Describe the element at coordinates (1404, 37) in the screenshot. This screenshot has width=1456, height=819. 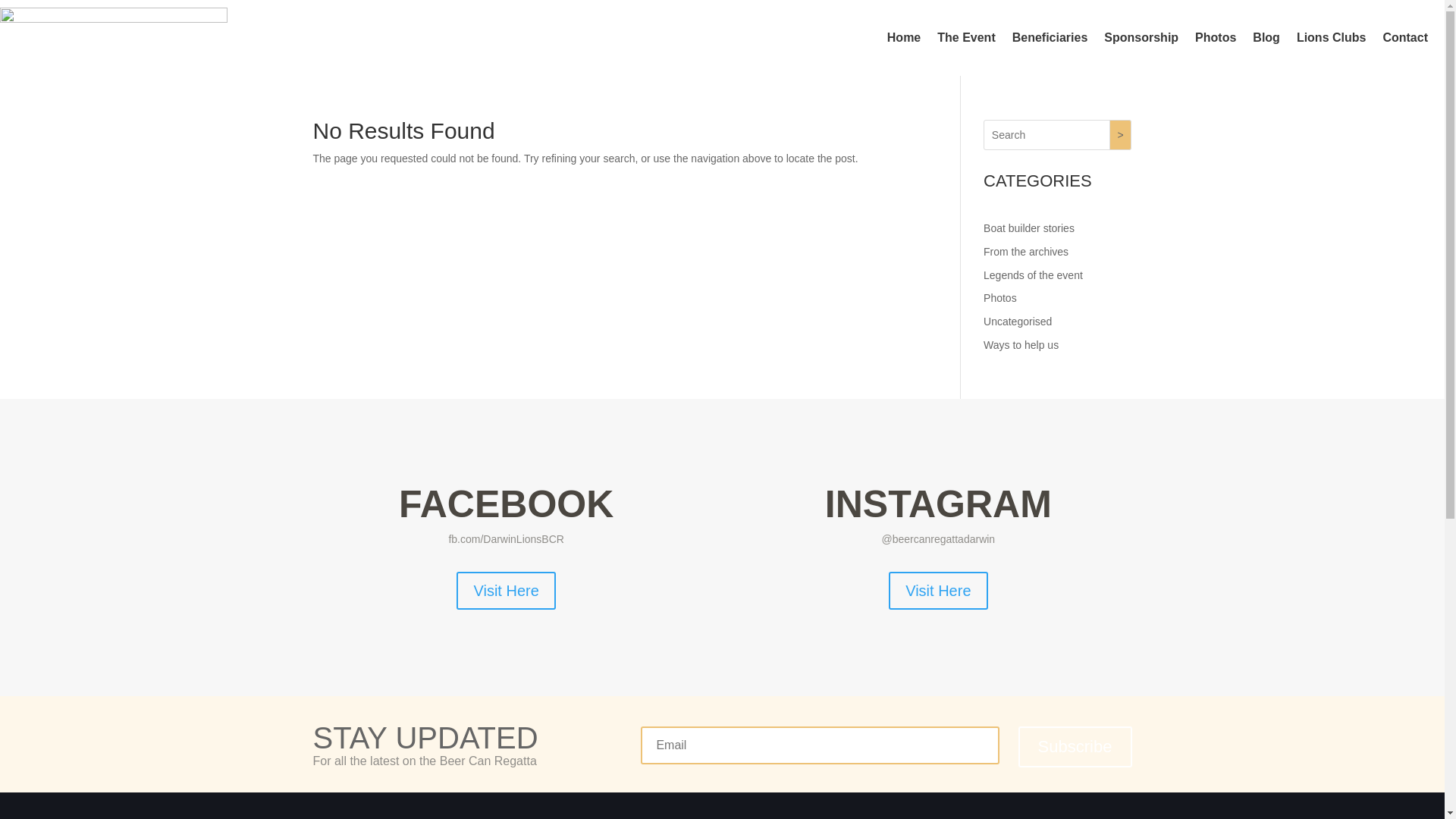
I see `'Contact'` at that location.